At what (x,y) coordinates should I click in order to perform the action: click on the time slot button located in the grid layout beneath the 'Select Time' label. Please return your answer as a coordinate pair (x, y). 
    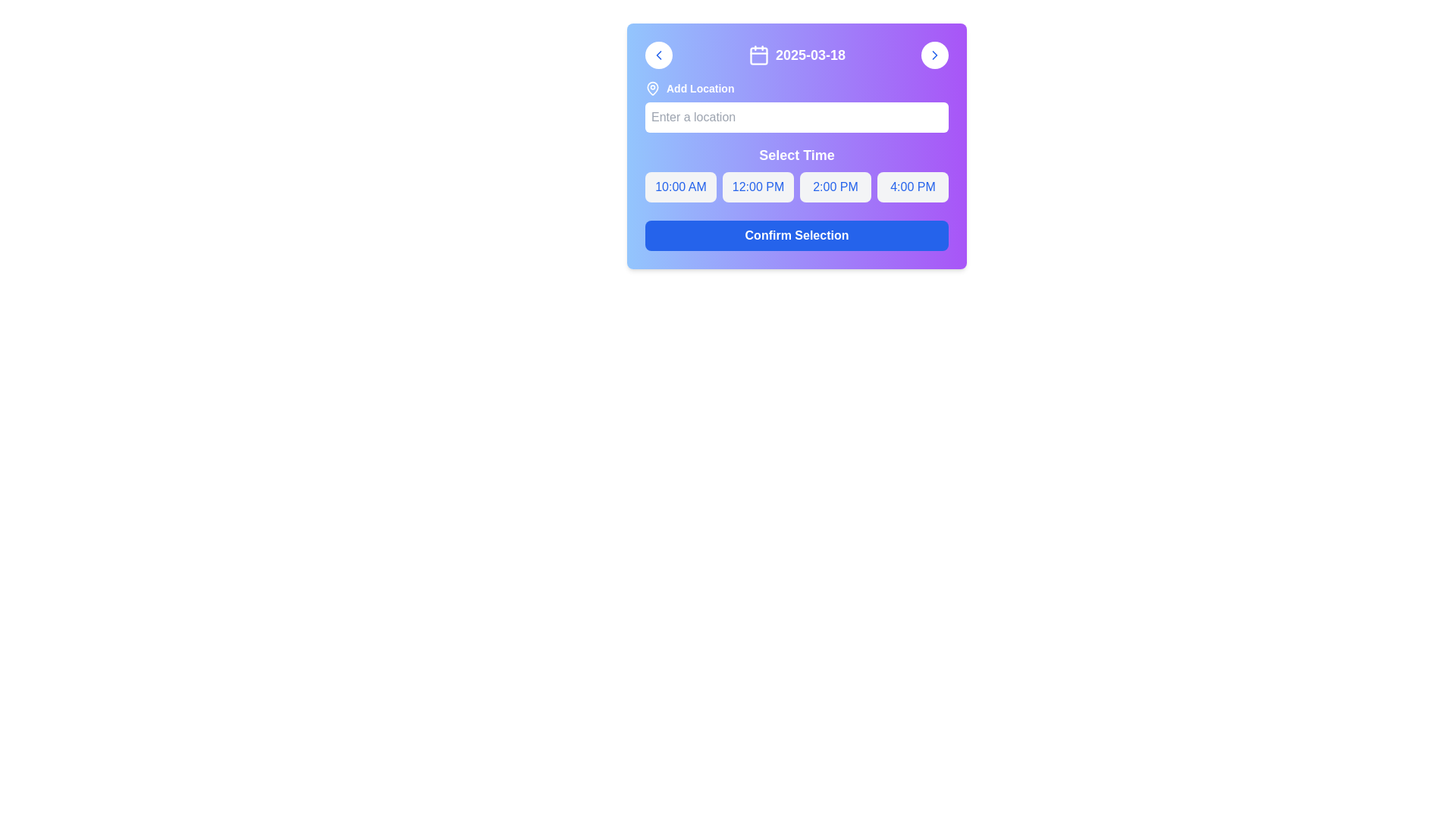
    Looking at the image, I should click on (796, 172).